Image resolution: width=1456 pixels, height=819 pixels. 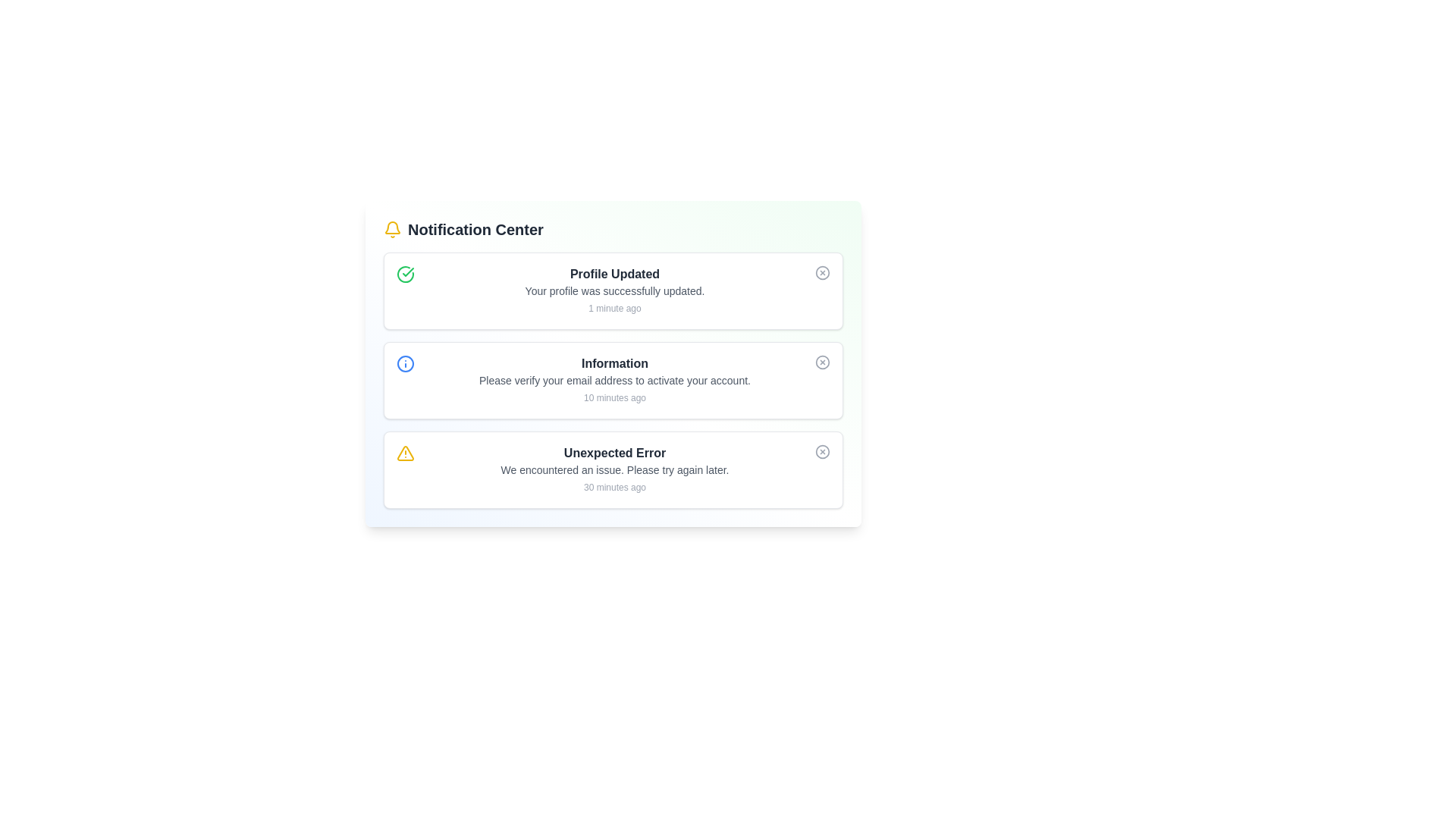 What do you see at coordinates (821, 271) in the screenshot?
I see `the close button for the alert titled 'Profile Updated'` at bounding box center [821, 271].